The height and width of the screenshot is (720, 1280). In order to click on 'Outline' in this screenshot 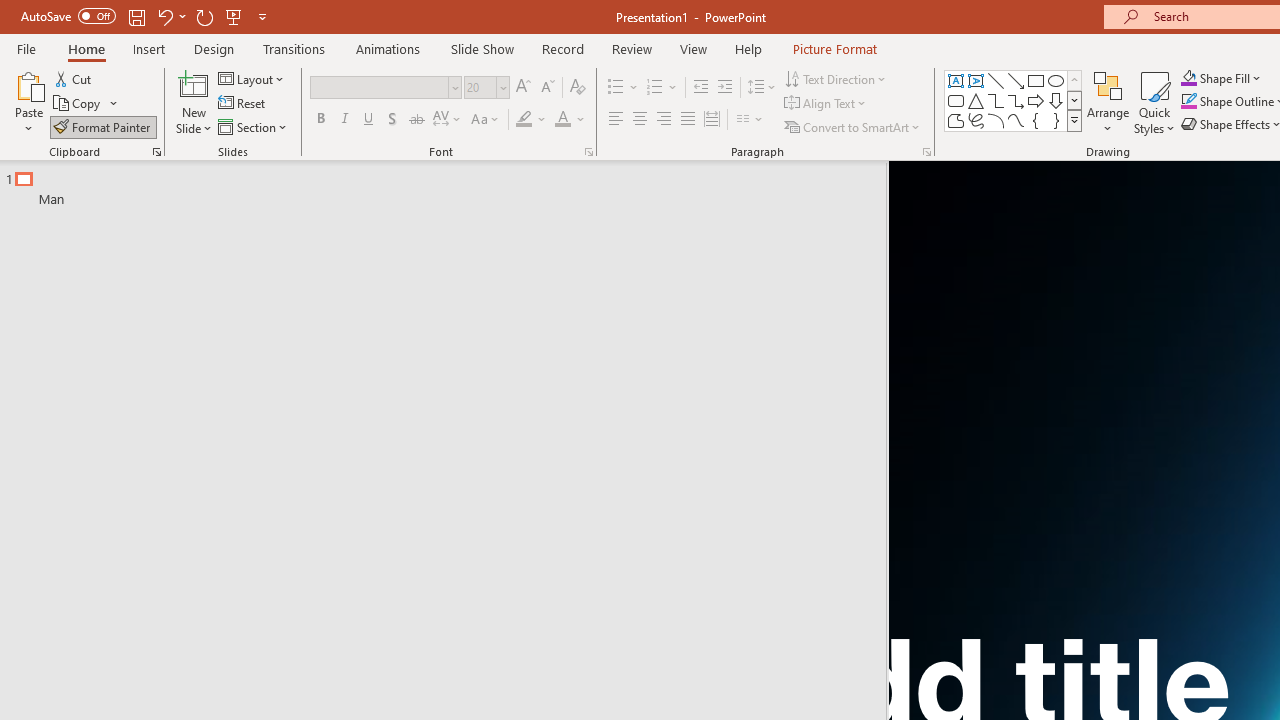, I will do `click(451, 184)`.